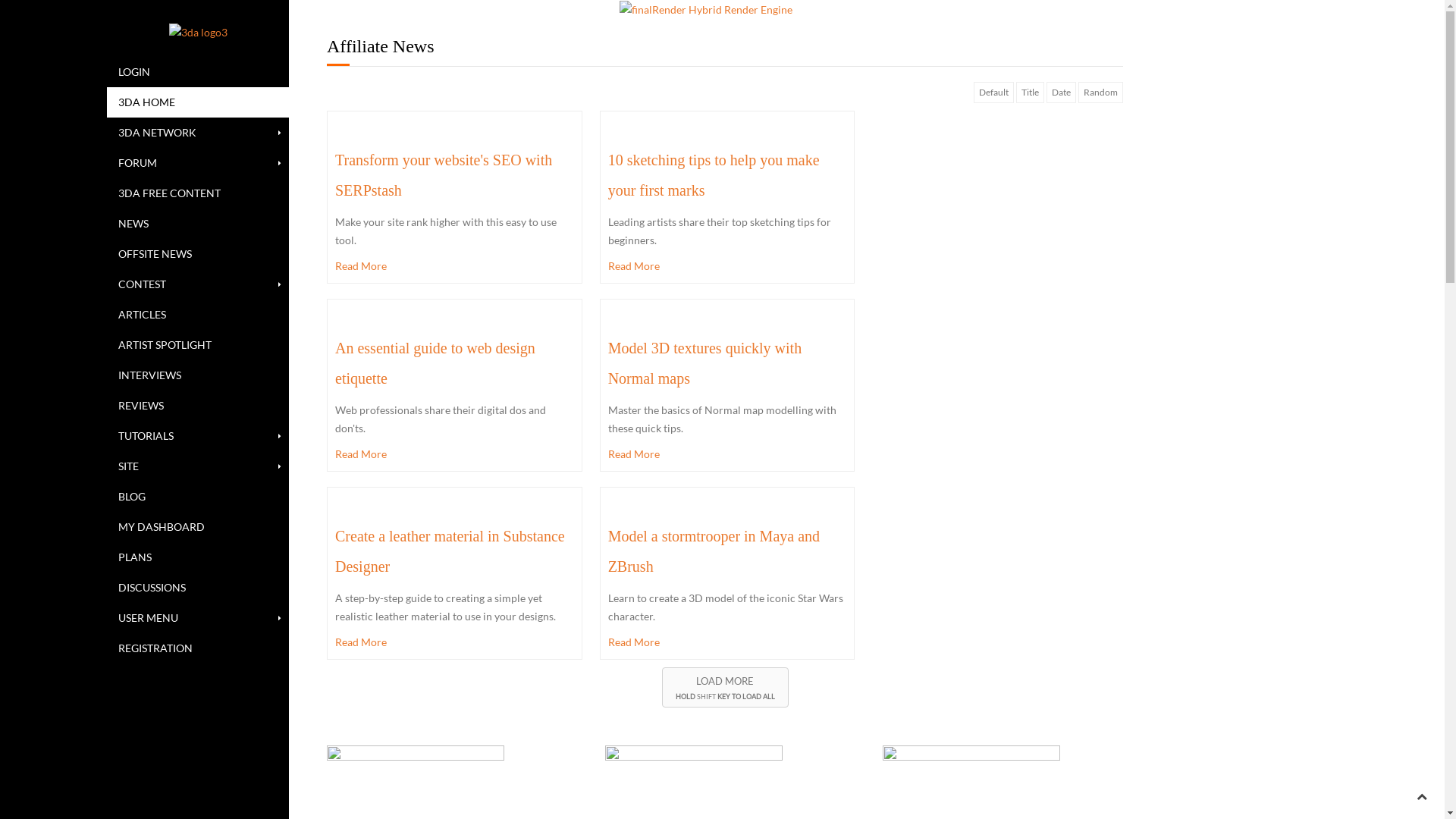 This screenshot has width=1456, height=819. What do you see at coordinates (196, 435) in the screenshot?
I see `'TUTORIALS'` at bounding box center [196, 435].